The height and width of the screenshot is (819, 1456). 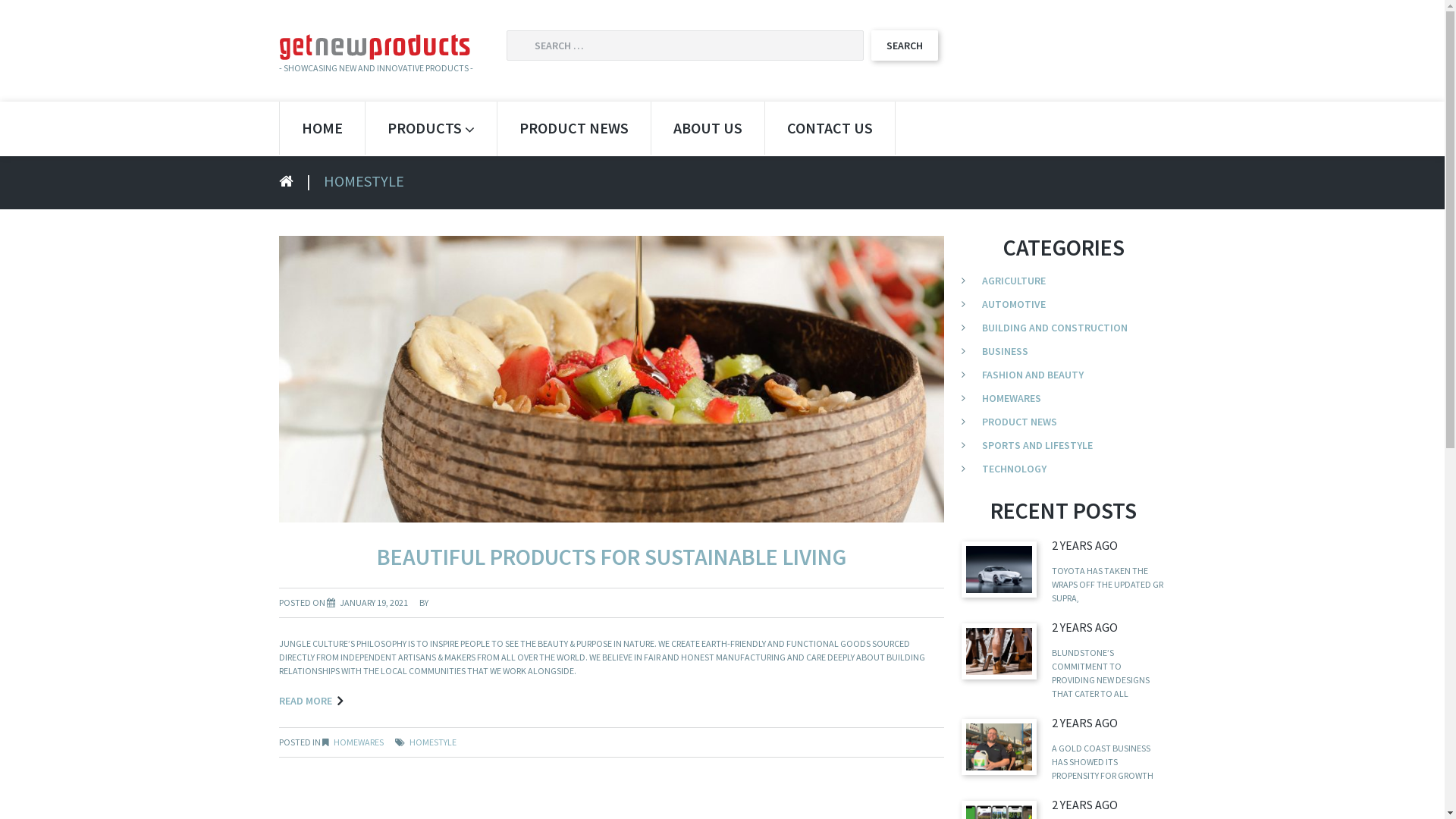 What do you see at coordinates (870, 45) in the screenshot?
I see `'Search'` at bounding box center [870, 45].